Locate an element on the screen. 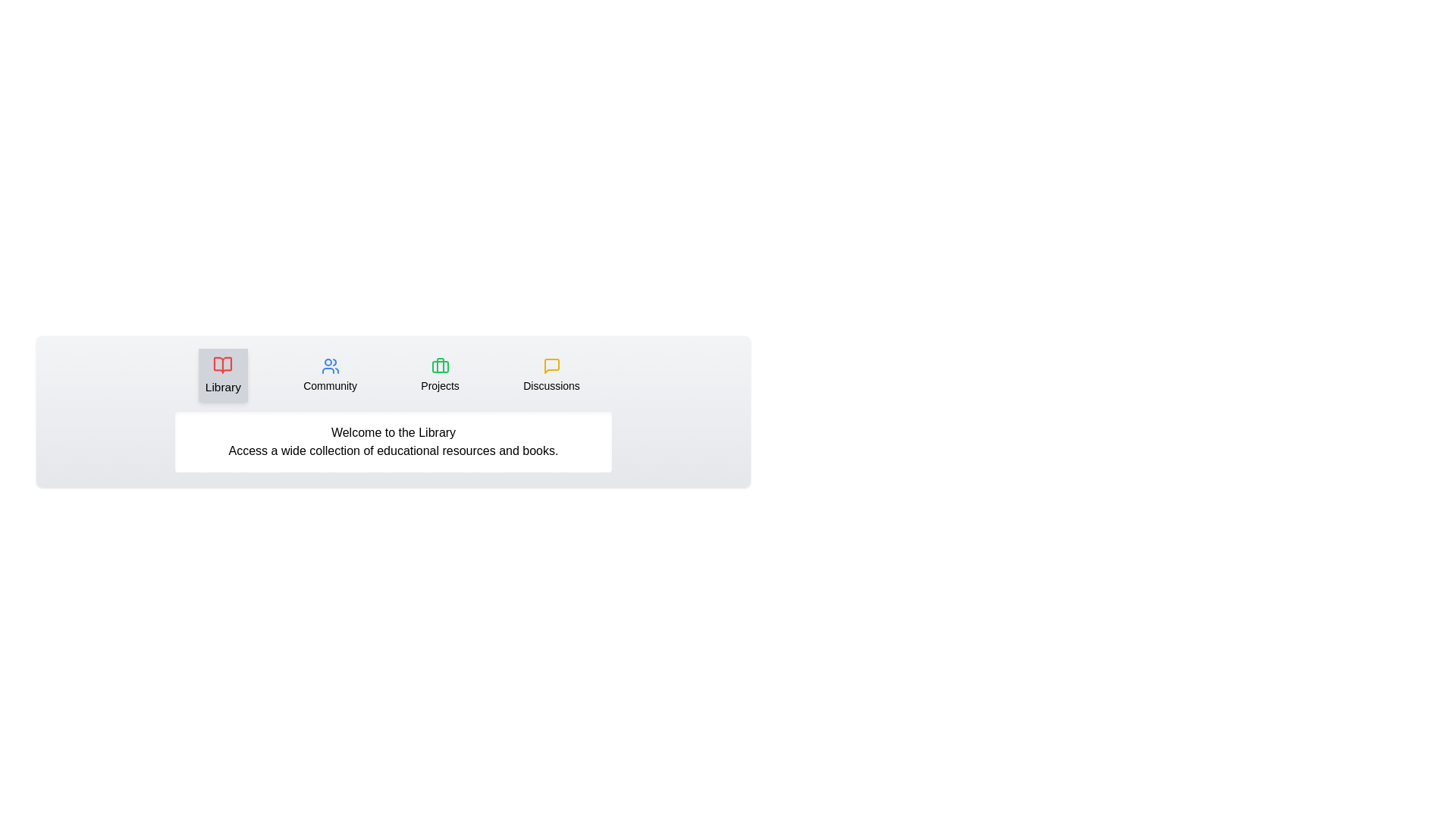 The image size is (1456, 819). the 'Projects' text label, which is a medium-sized, bold font part of the navigation panel, located below a green briefcase icon is located at coordinates (439, 385).